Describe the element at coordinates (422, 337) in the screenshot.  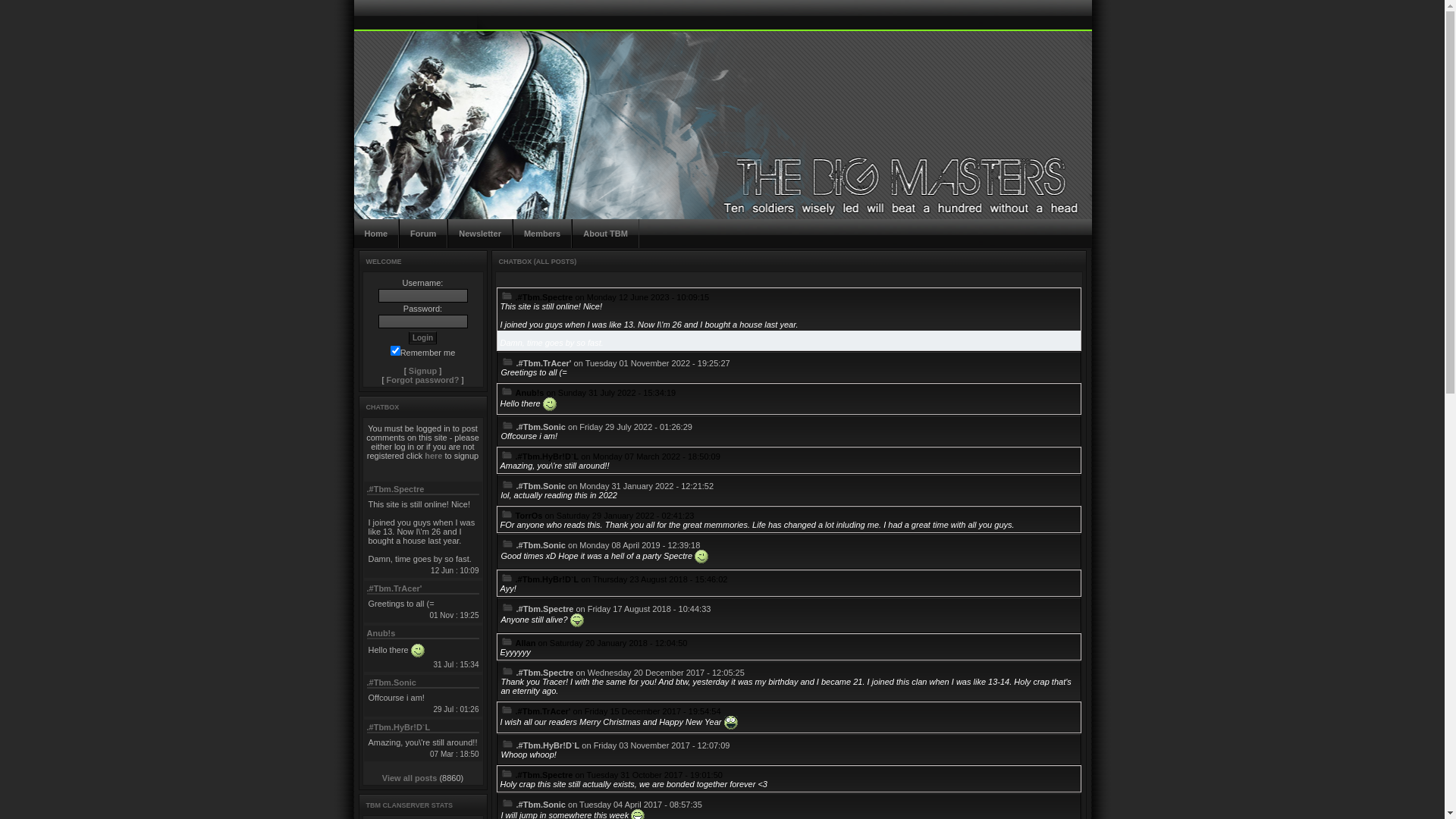
I see `'Login'` at that location.